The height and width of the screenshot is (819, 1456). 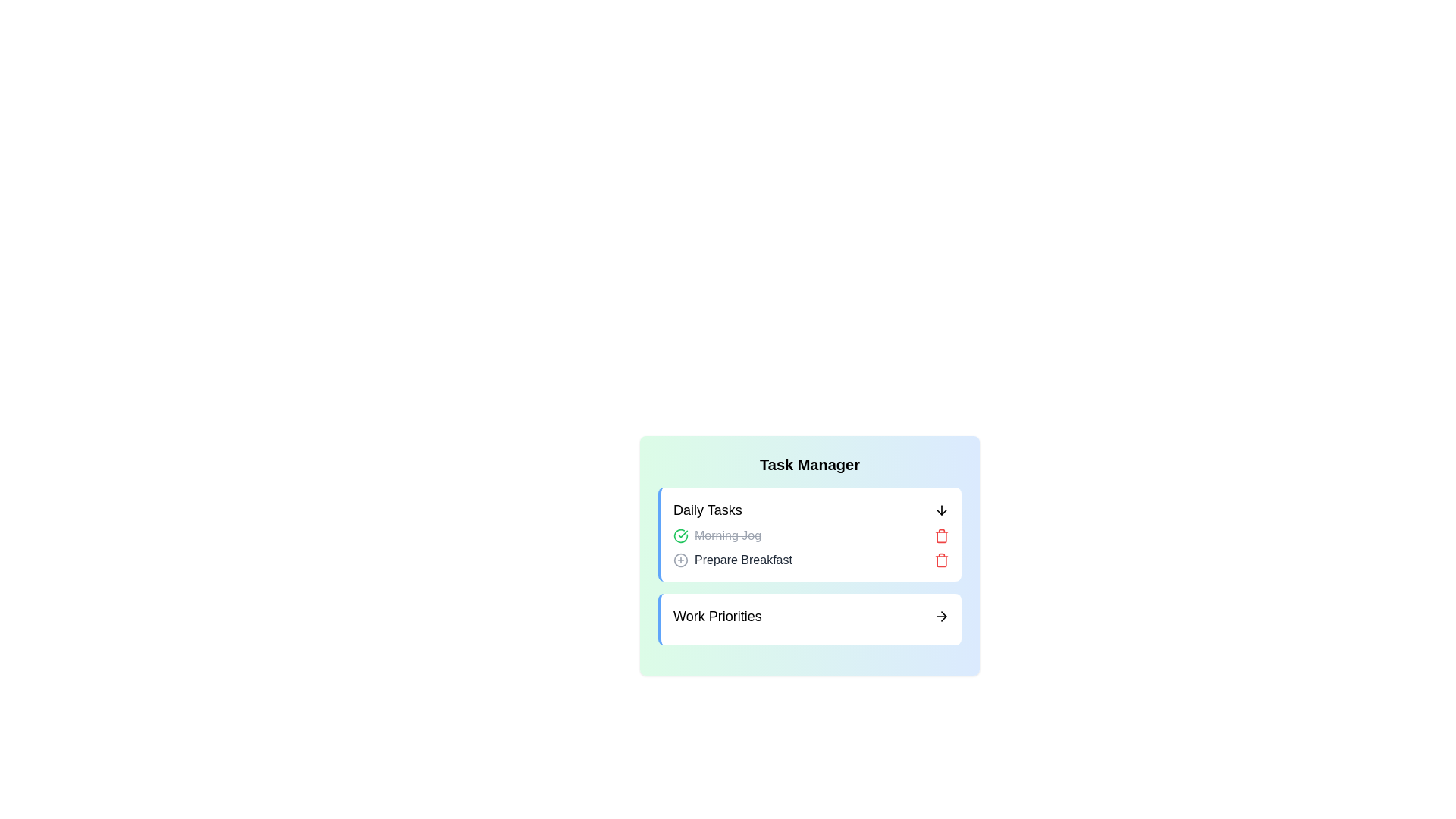 I want to click on the delete button for the task Morning Jog, so click(x=941, y=535).